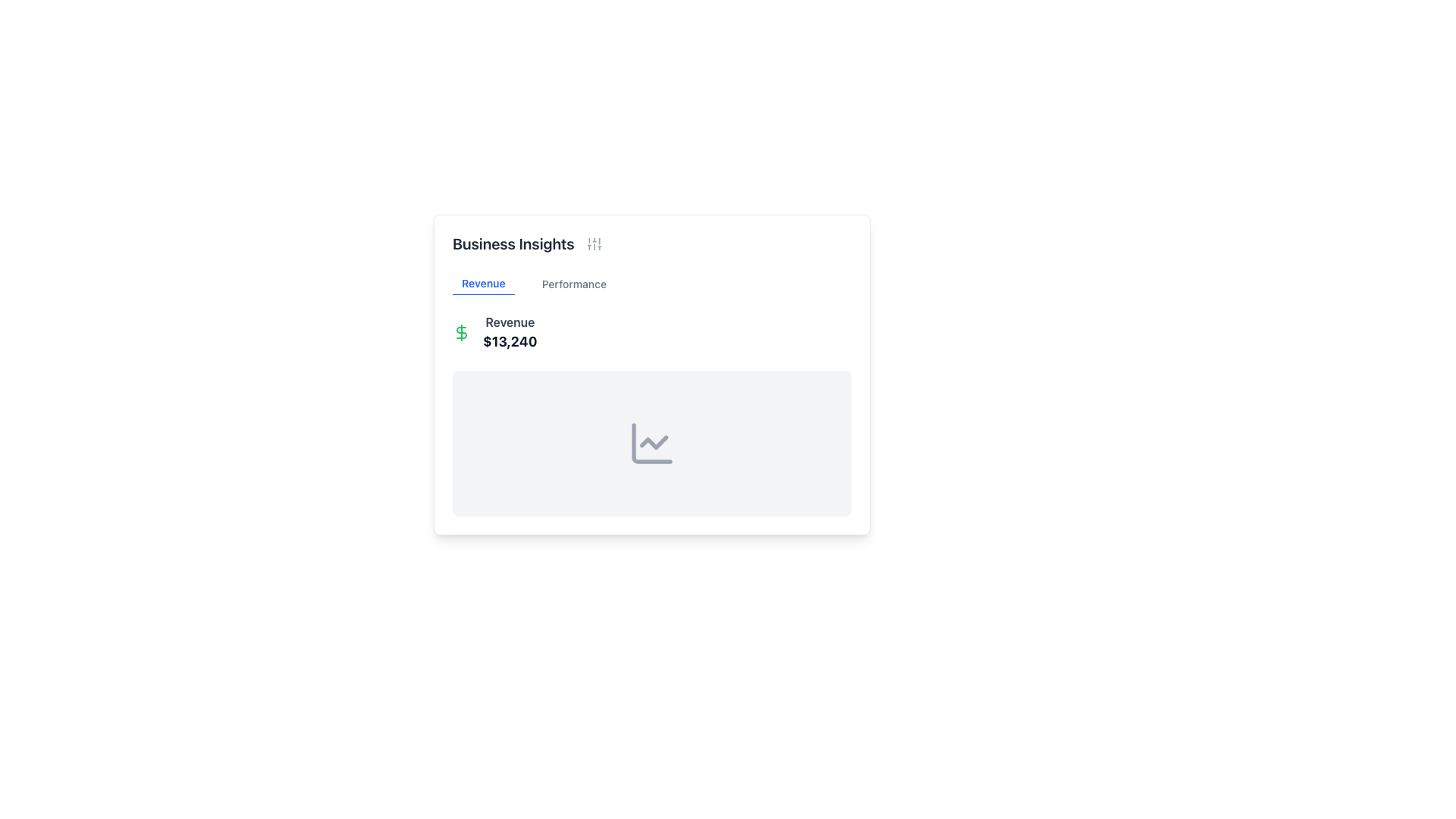  Describe the element at coordinates (651, 444) in the screenshot. I see `the analytical icon located in the lower gray area of the 'Business Insights' card in the 'Revenue' section` at that location.